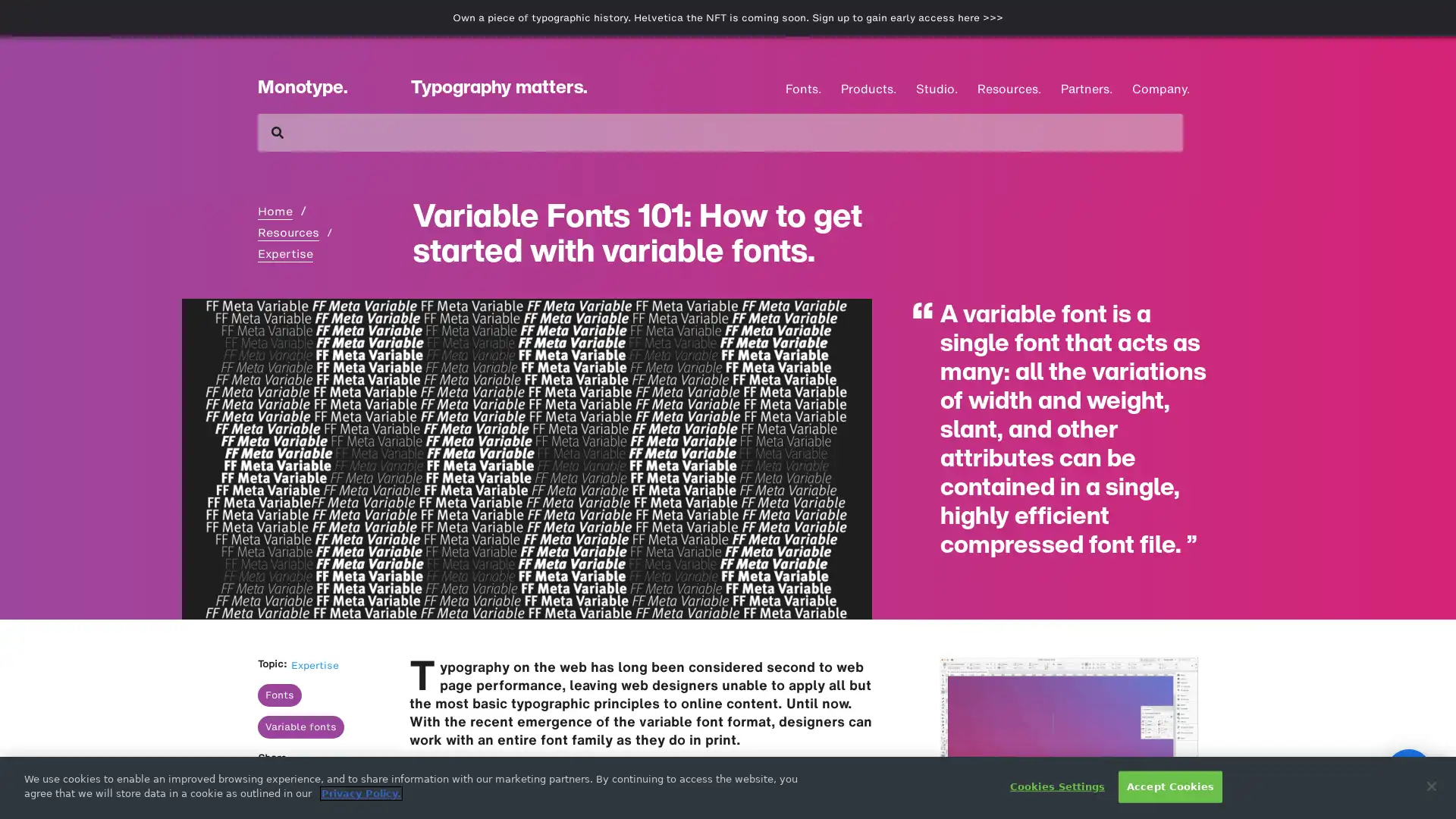 The width and height of the screenshot is (1456, 819). What do you see at coordinates (1407, 772) in the screenshot?
I see `Open Intercom Messenger` at bounding box center [1407, 772].